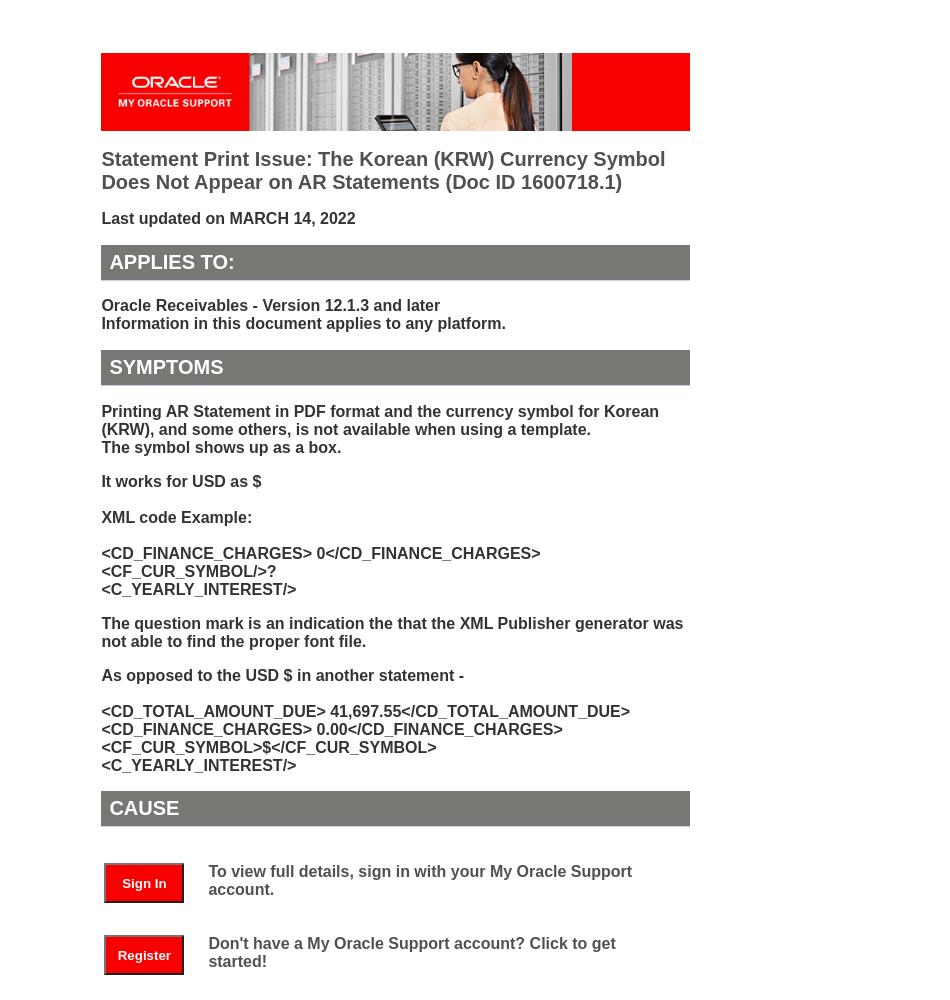 This screenshot has height=1000, width=950. I want to click on 'XML code Example:', so click(176, 516).